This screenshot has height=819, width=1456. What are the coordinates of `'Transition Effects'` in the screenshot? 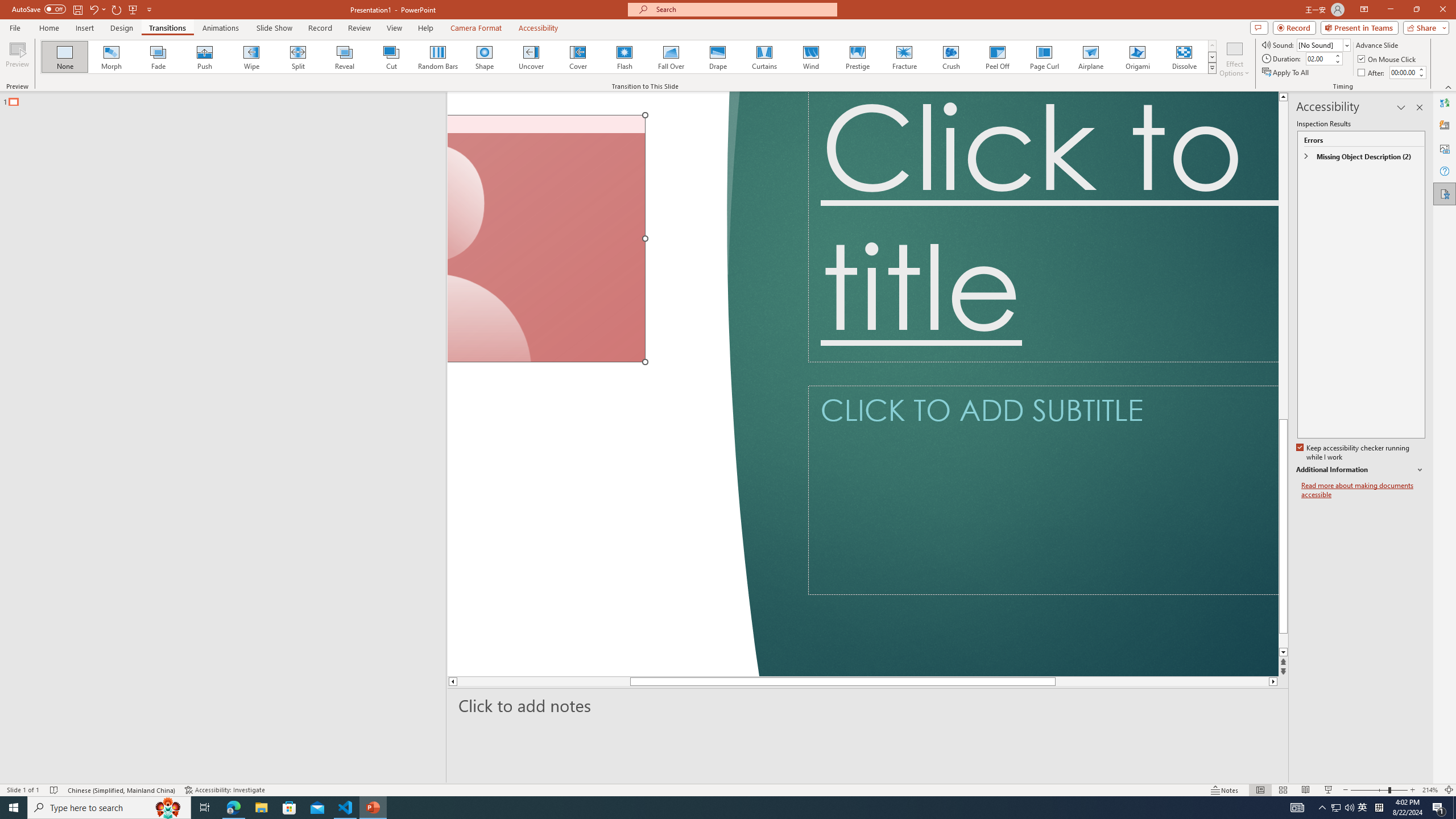 It's located at (1212, 67).